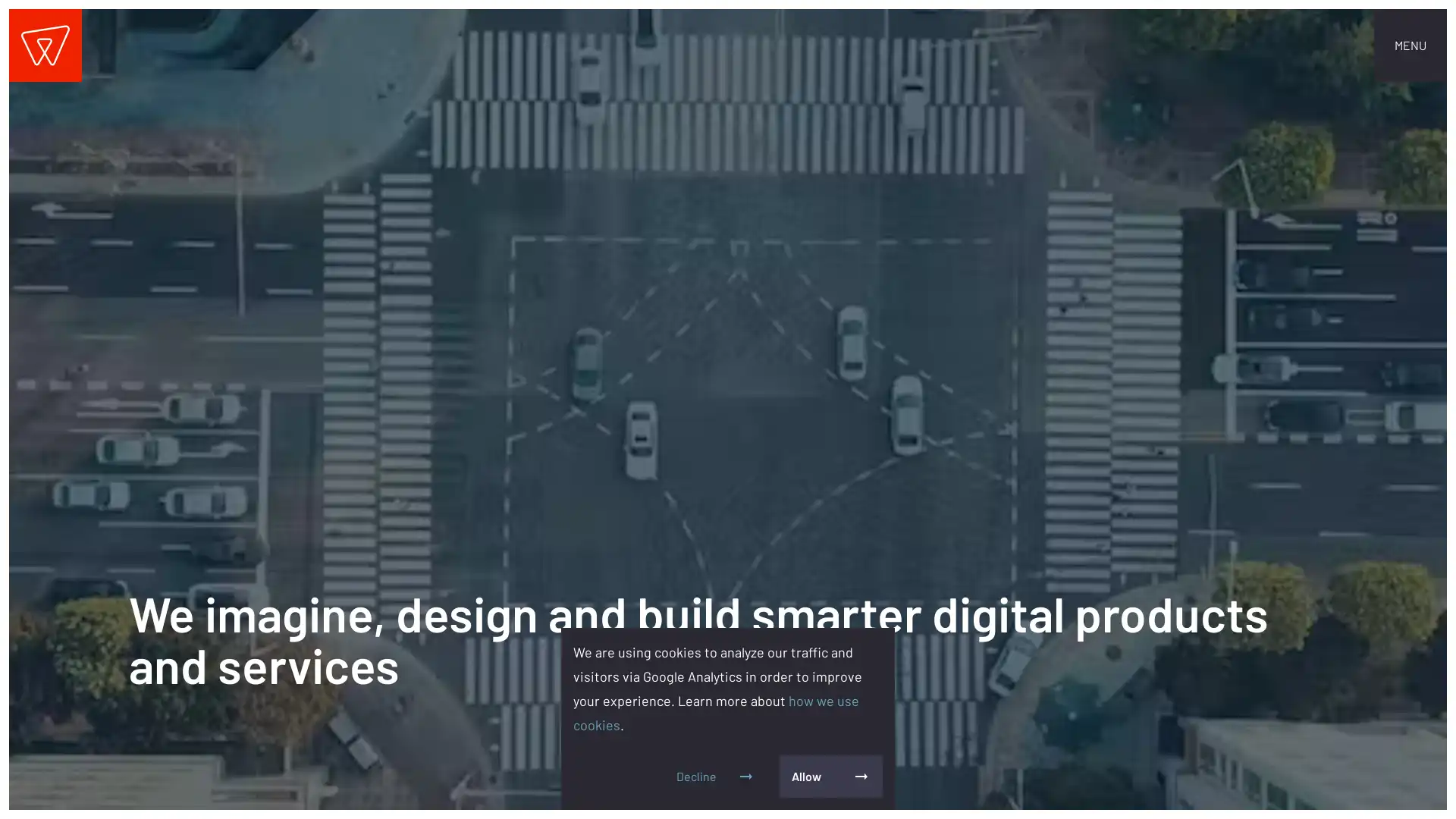  What do you see at coordinates (830, 776) in the screenshot?
I see `Allow` at bounding box center [830, 776].